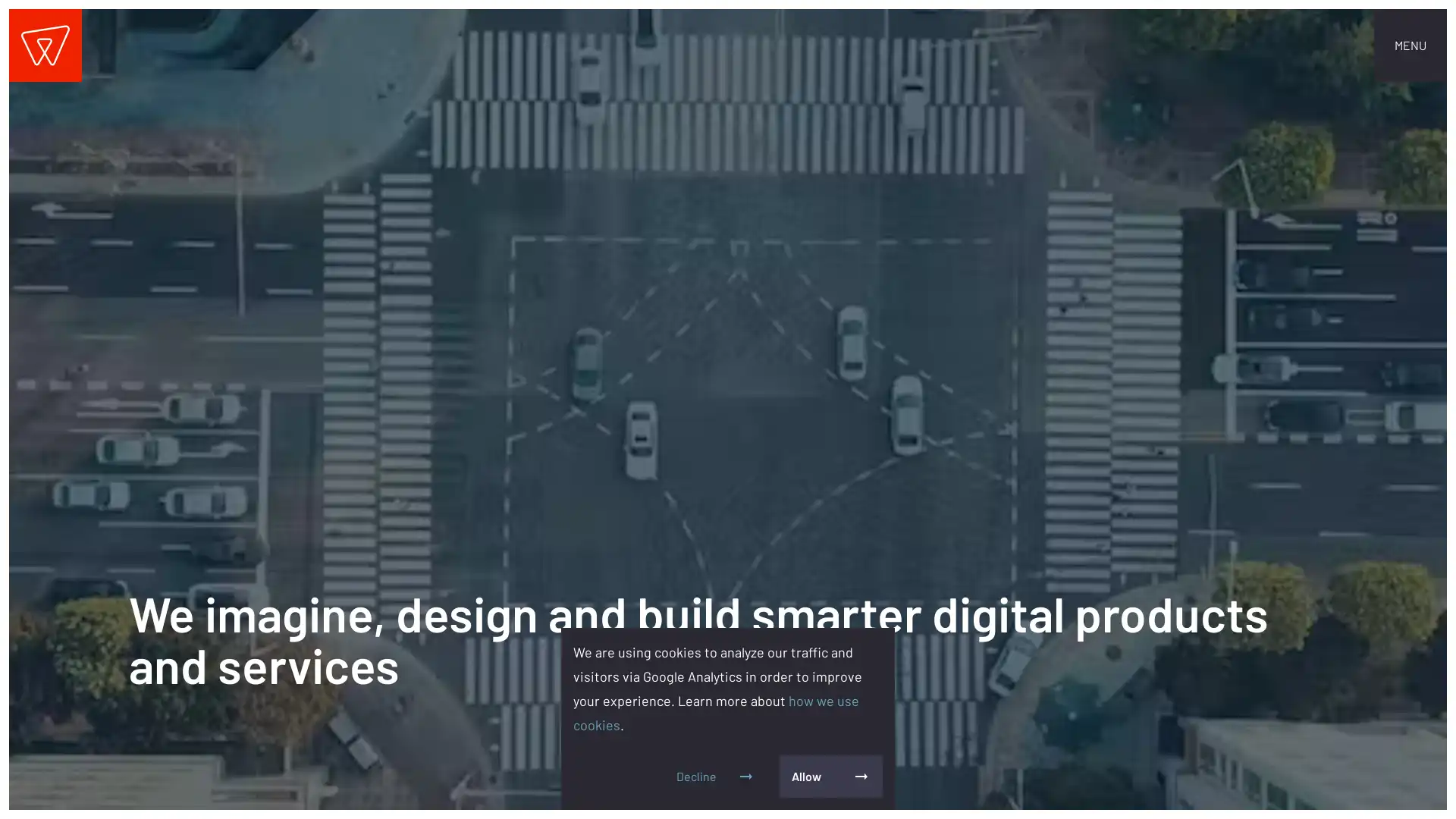  What do you see at coordinates (830, 776) in the screenshot?
I see `Allow` at bounding box center [830, 776].